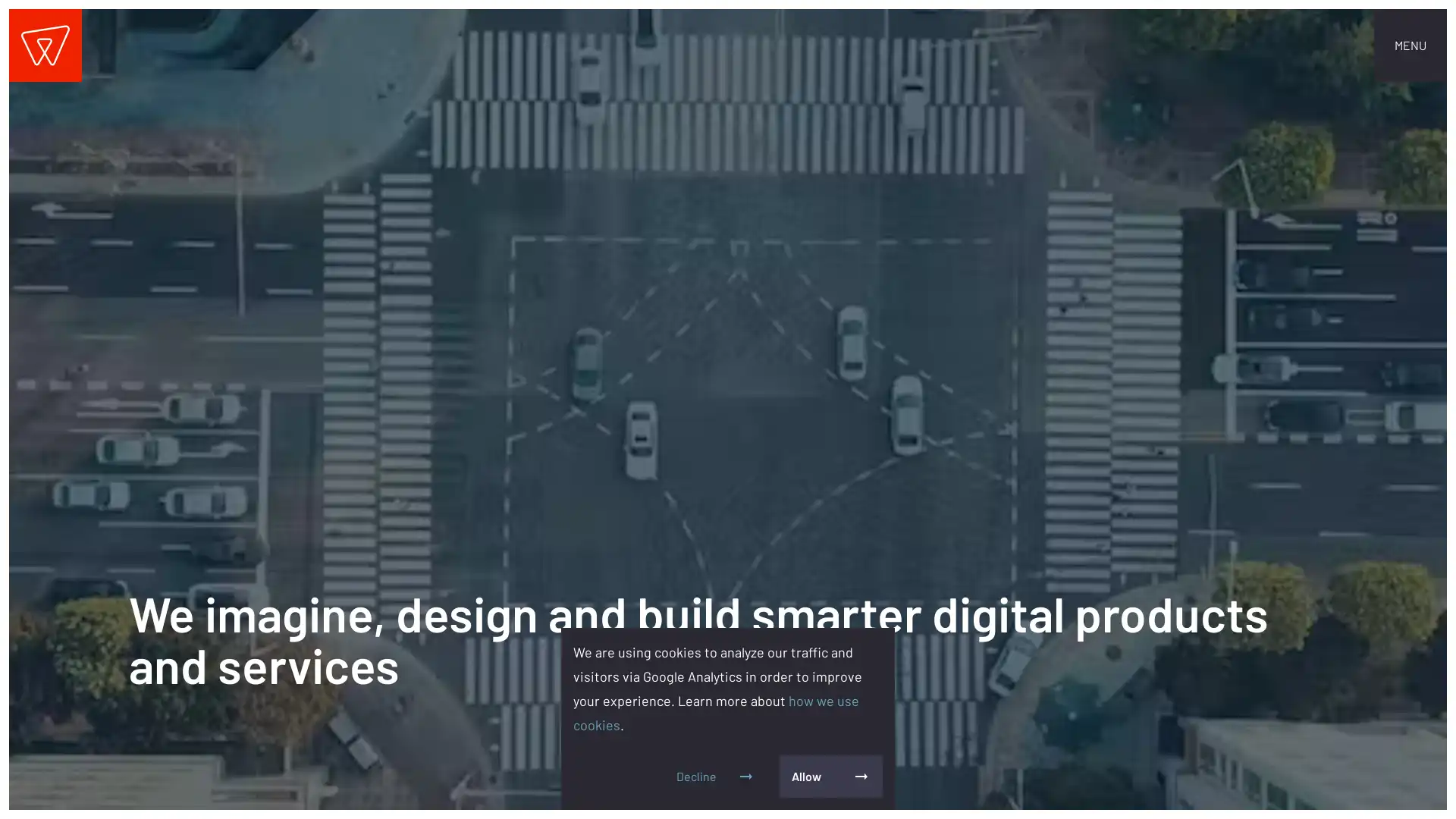  What do you see at coordinates (830, 776) in the screenshot?
I see `Allow` at bounding box center [830, 776].